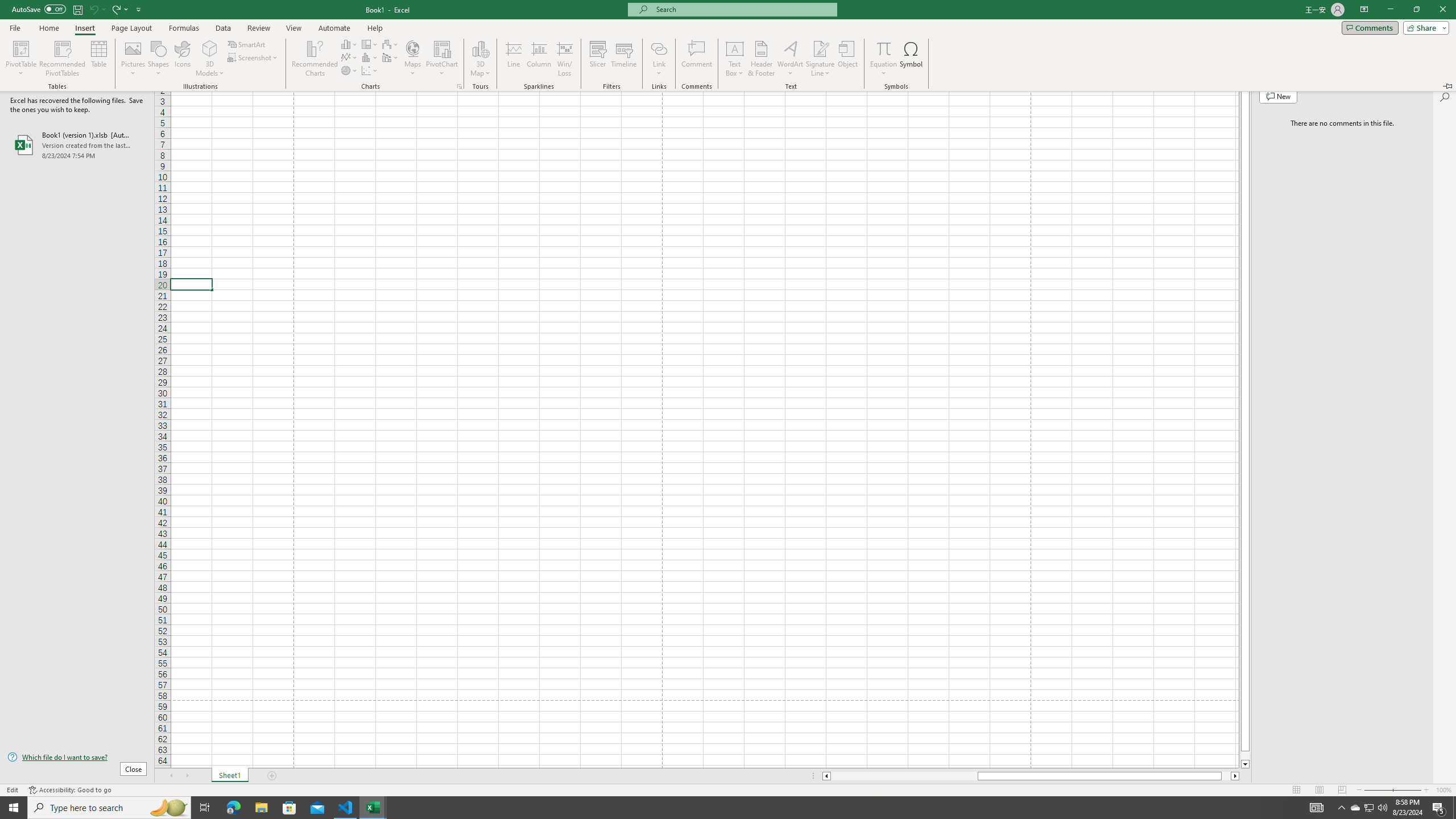 This screenshot has height=819, width=1456. I want to click on 'Notification Chevron', so click(1342, 806).